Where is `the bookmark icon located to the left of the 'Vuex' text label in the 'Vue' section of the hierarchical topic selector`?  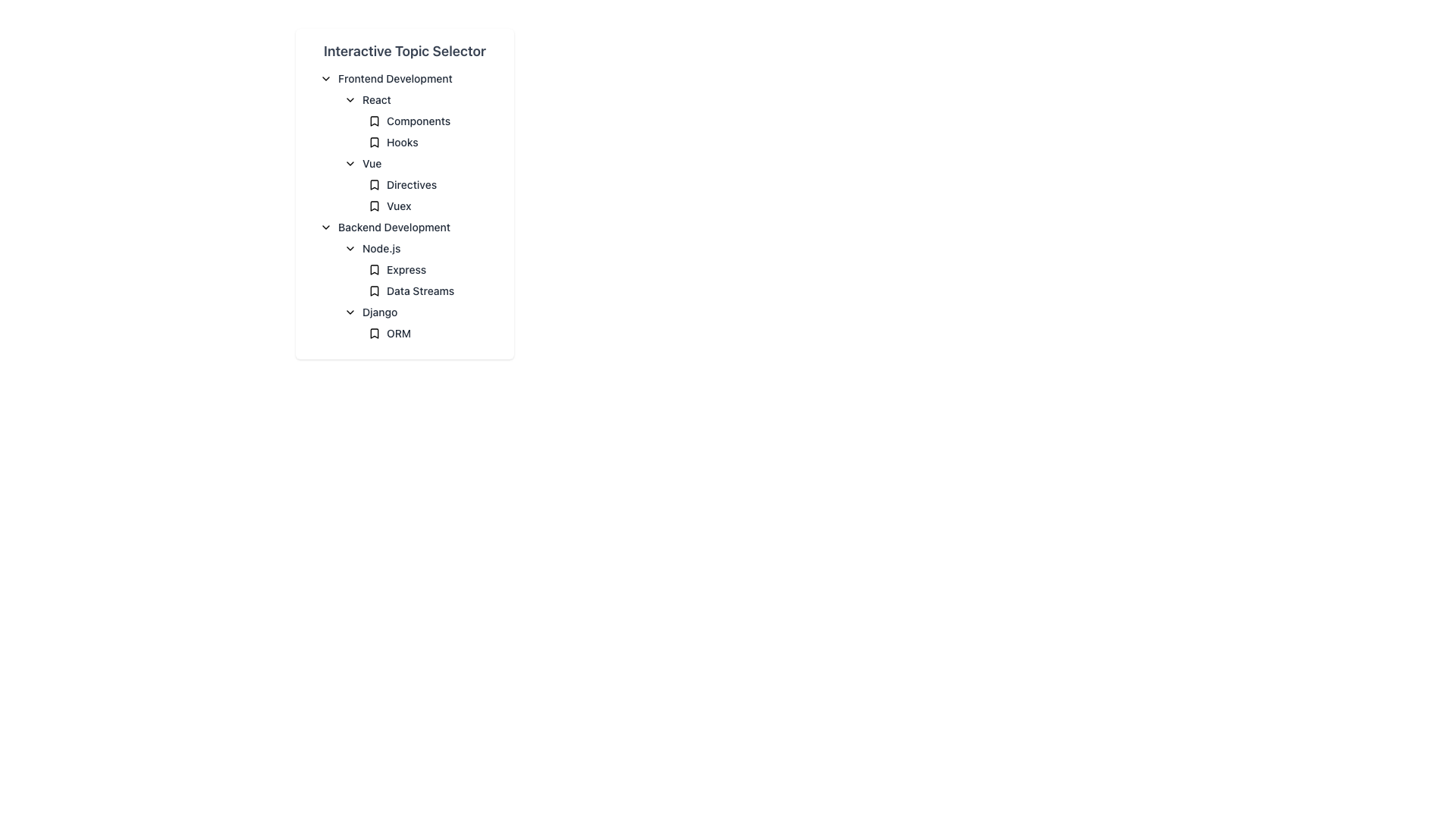 the bookmark icon located to the left of the 'Vuex' text label in the 'Vue' section of the hierarchical topic selector is located at coordinates (375, 206).